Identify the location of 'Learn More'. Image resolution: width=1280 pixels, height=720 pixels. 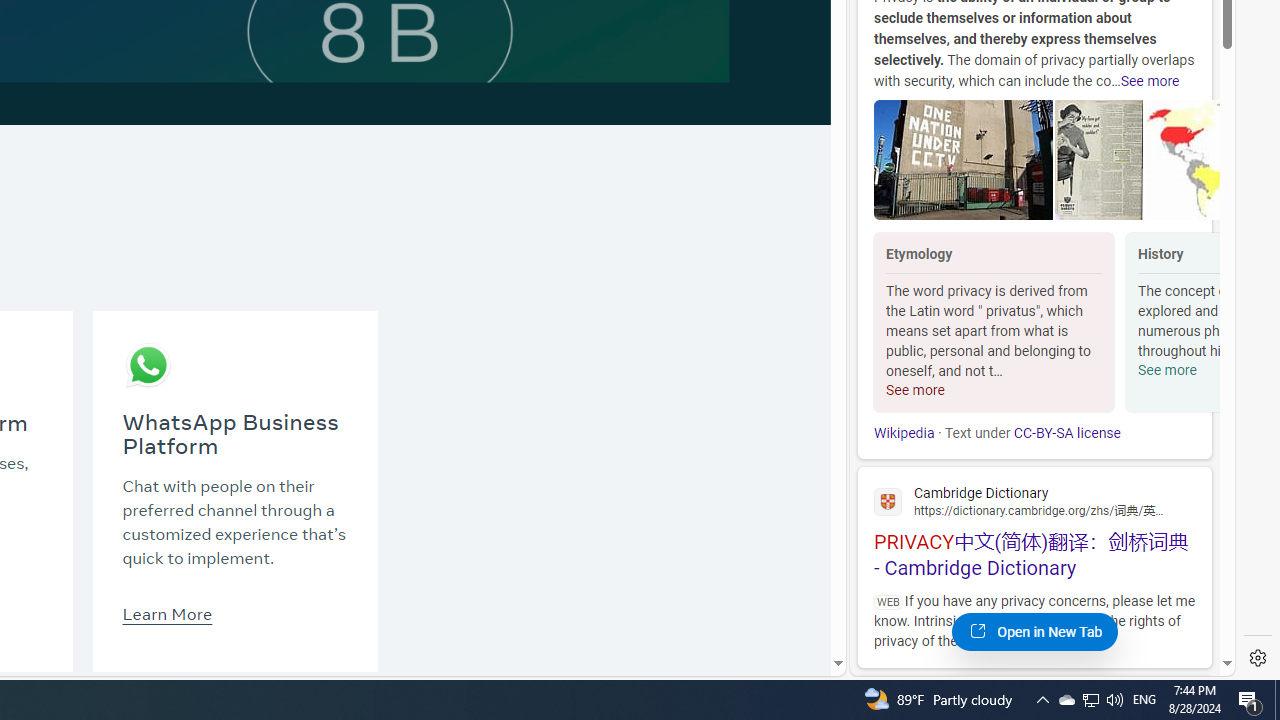
(167, 612).